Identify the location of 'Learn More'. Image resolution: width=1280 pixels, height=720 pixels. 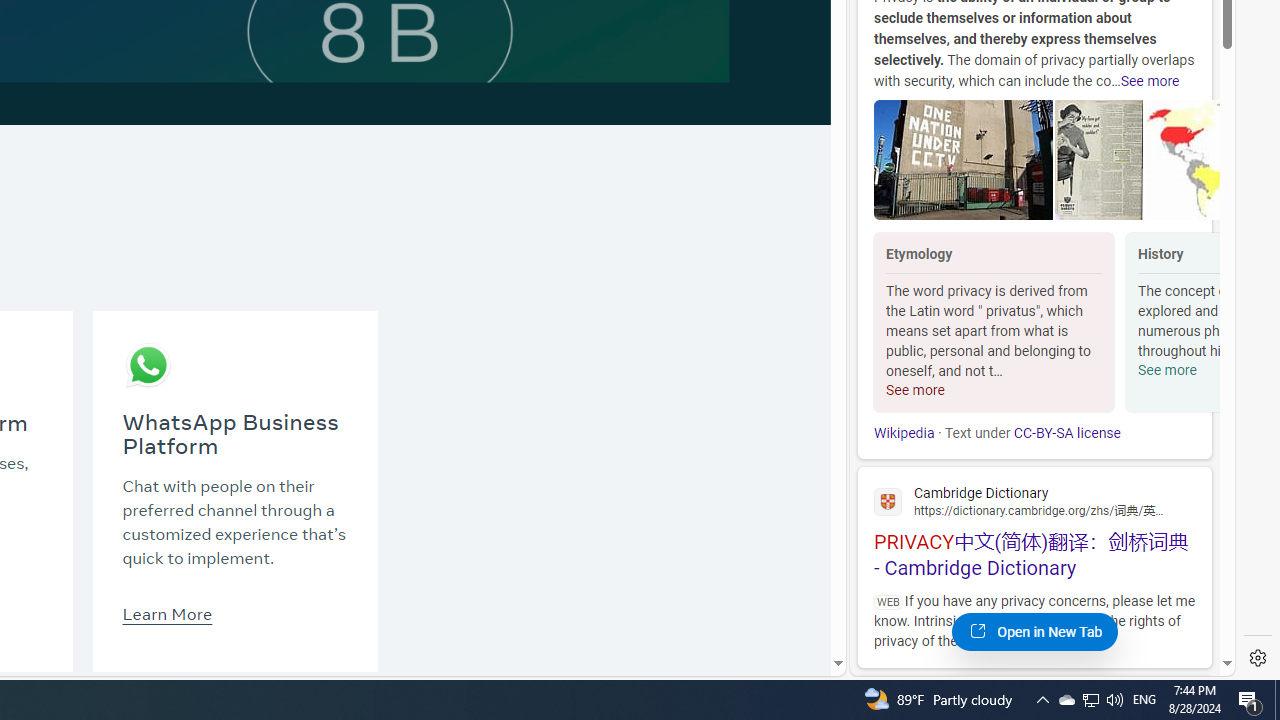
(167, 612).